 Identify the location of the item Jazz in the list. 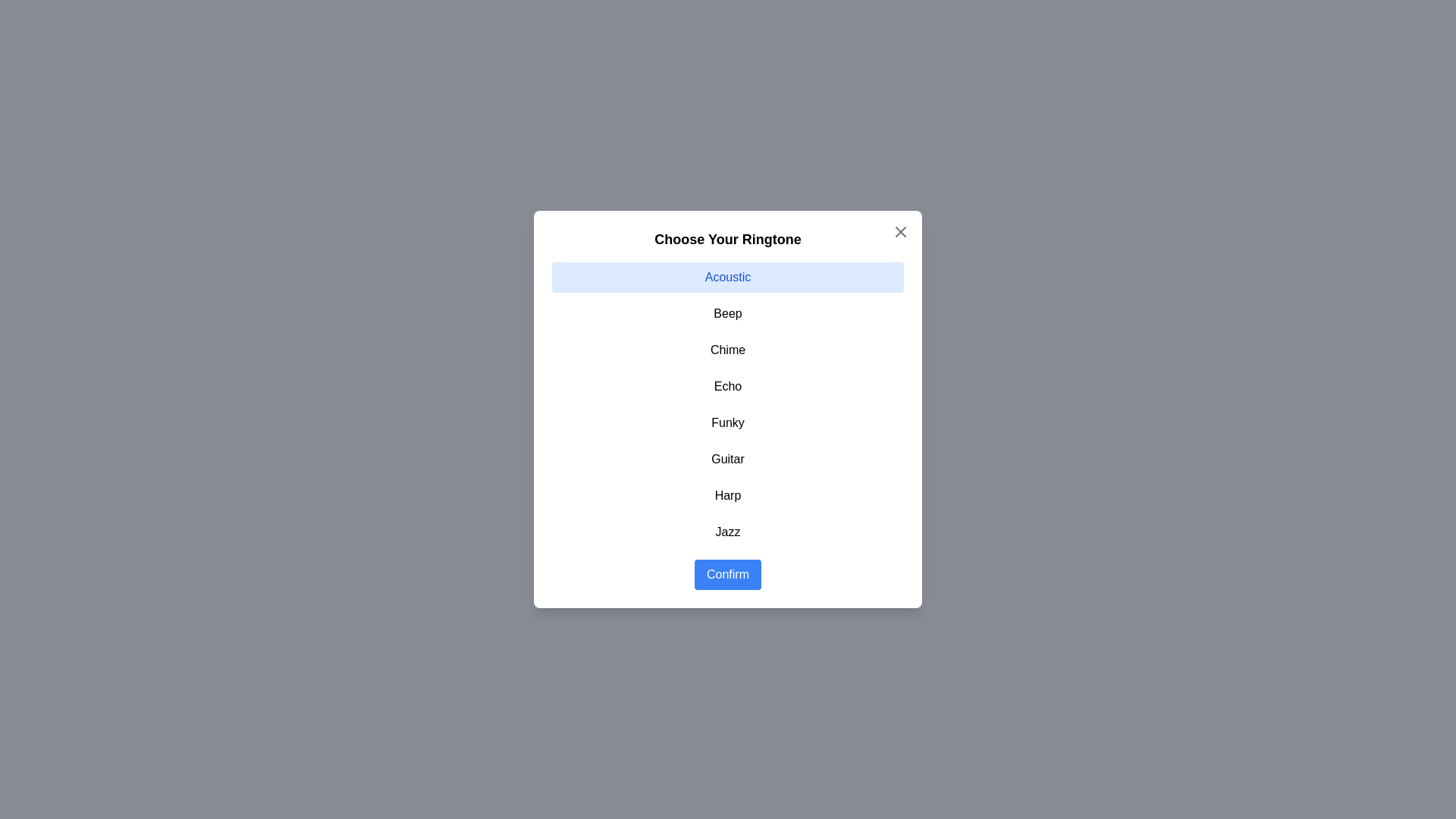
(728, 532).